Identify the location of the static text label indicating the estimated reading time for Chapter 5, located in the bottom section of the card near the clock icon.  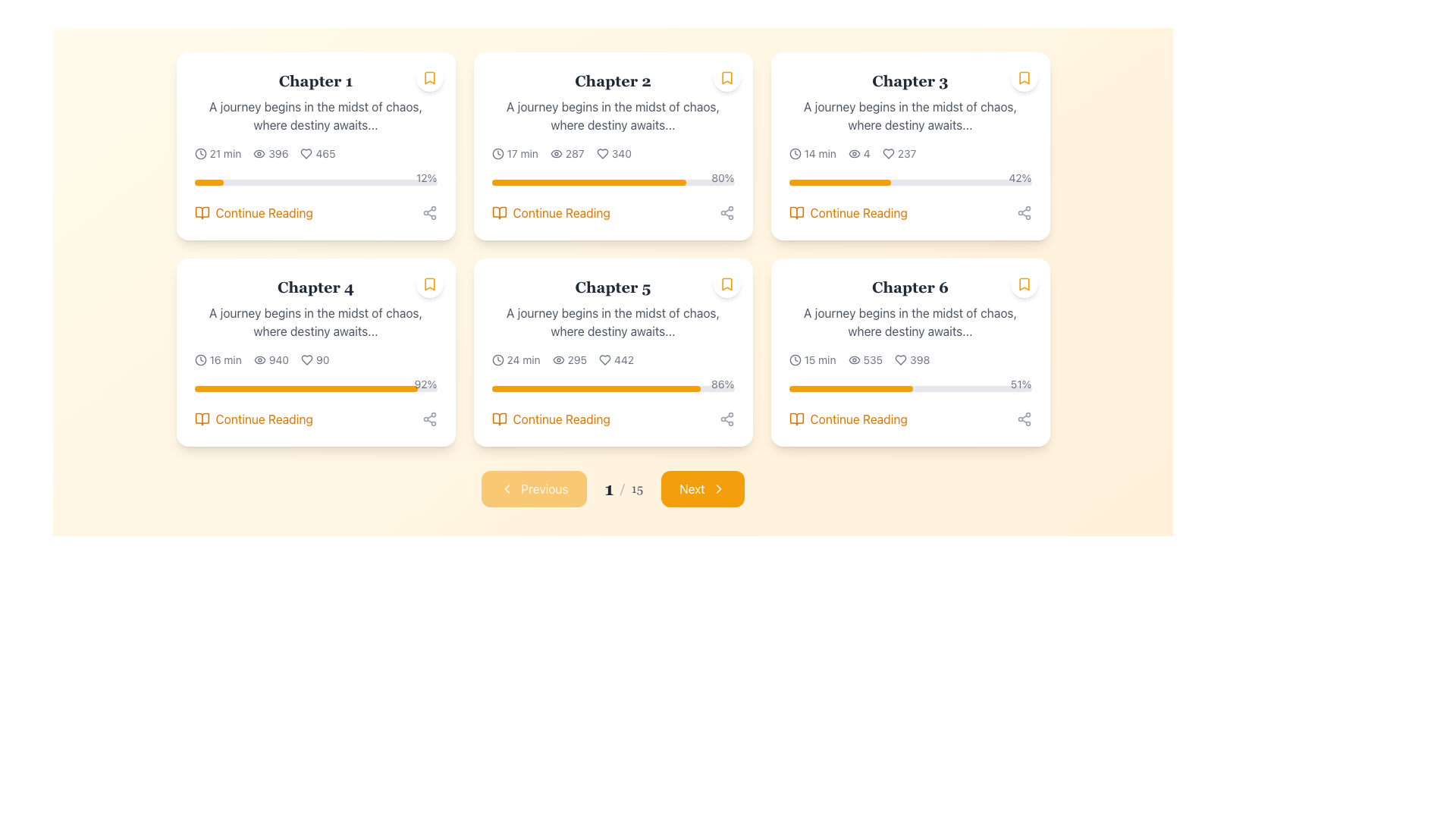
(523, 359).